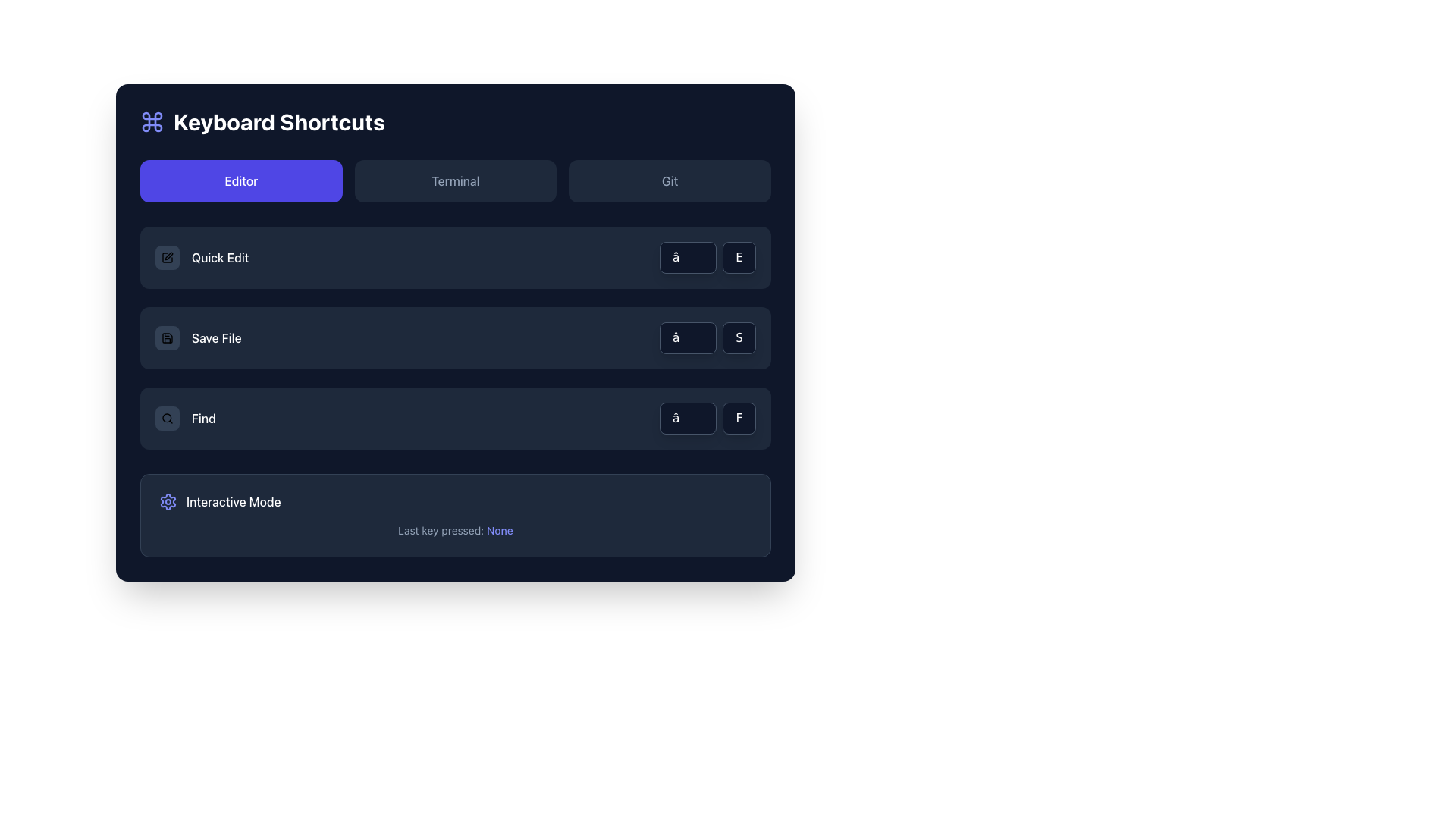 The width and height of the screenshot is (1456, 819). Describe the element at coordinates (167, 337) in the screenshot. I see `the 'Save File' icon, which is visually represented to indicate the save functionality and is located to the left of the text 'Save File.'` at that location.